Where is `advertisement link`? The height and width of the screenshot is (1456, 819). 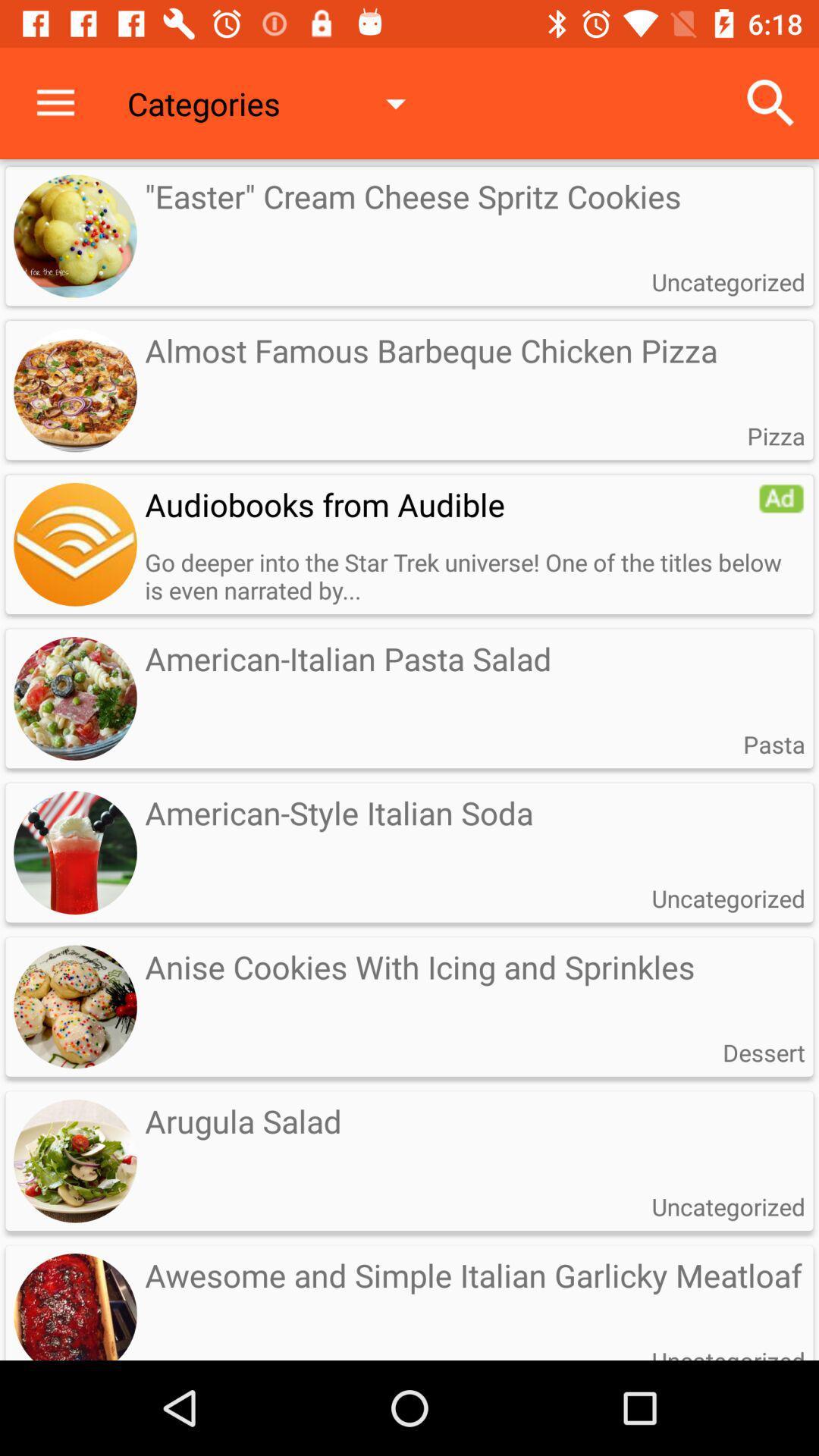
advertisement link is located at coordinates (75, 544).